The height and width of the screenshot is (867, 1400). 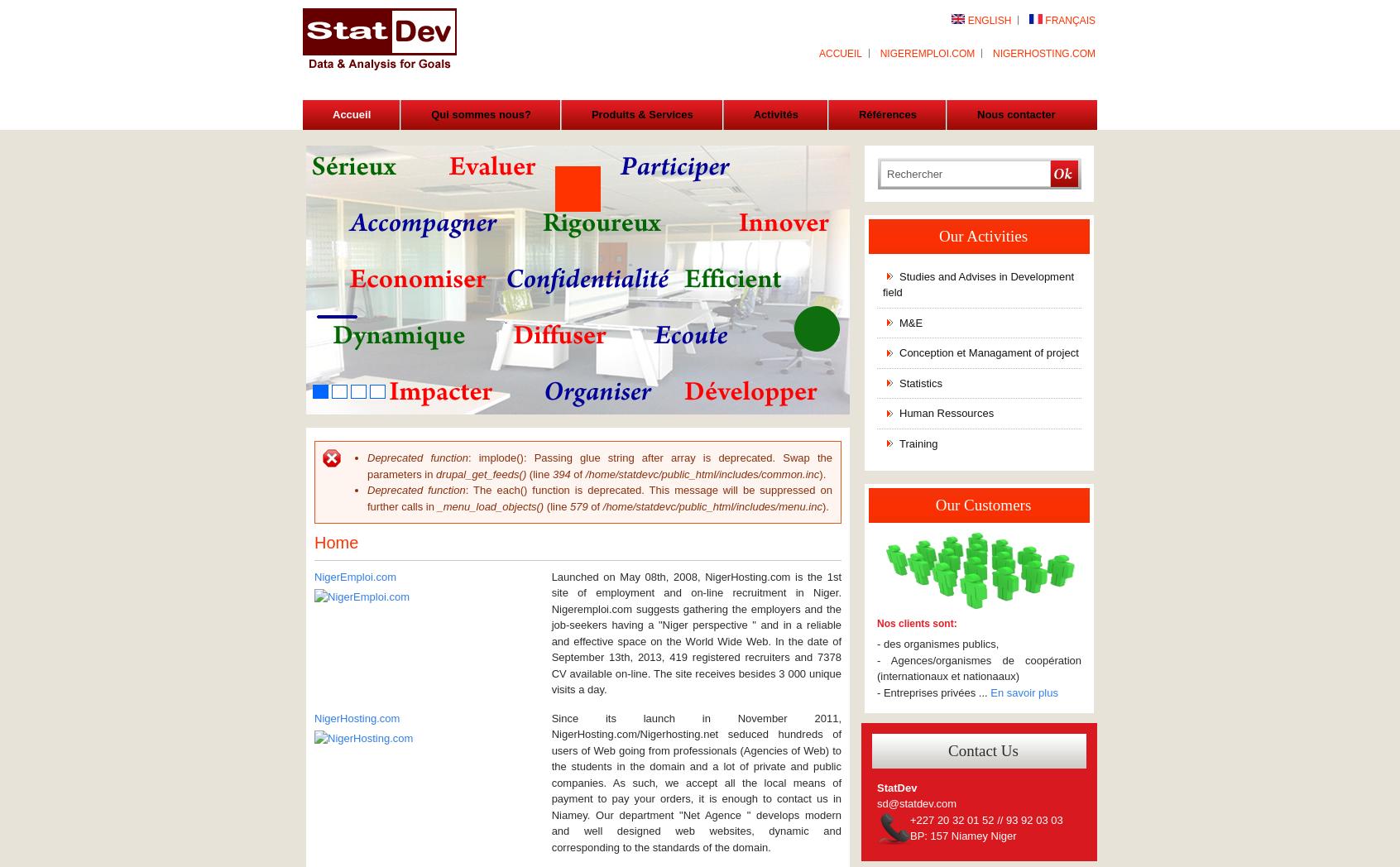 I want to click on '/home/statdevc/public_html/includes/menu.inc', so click(x=711, y=505).